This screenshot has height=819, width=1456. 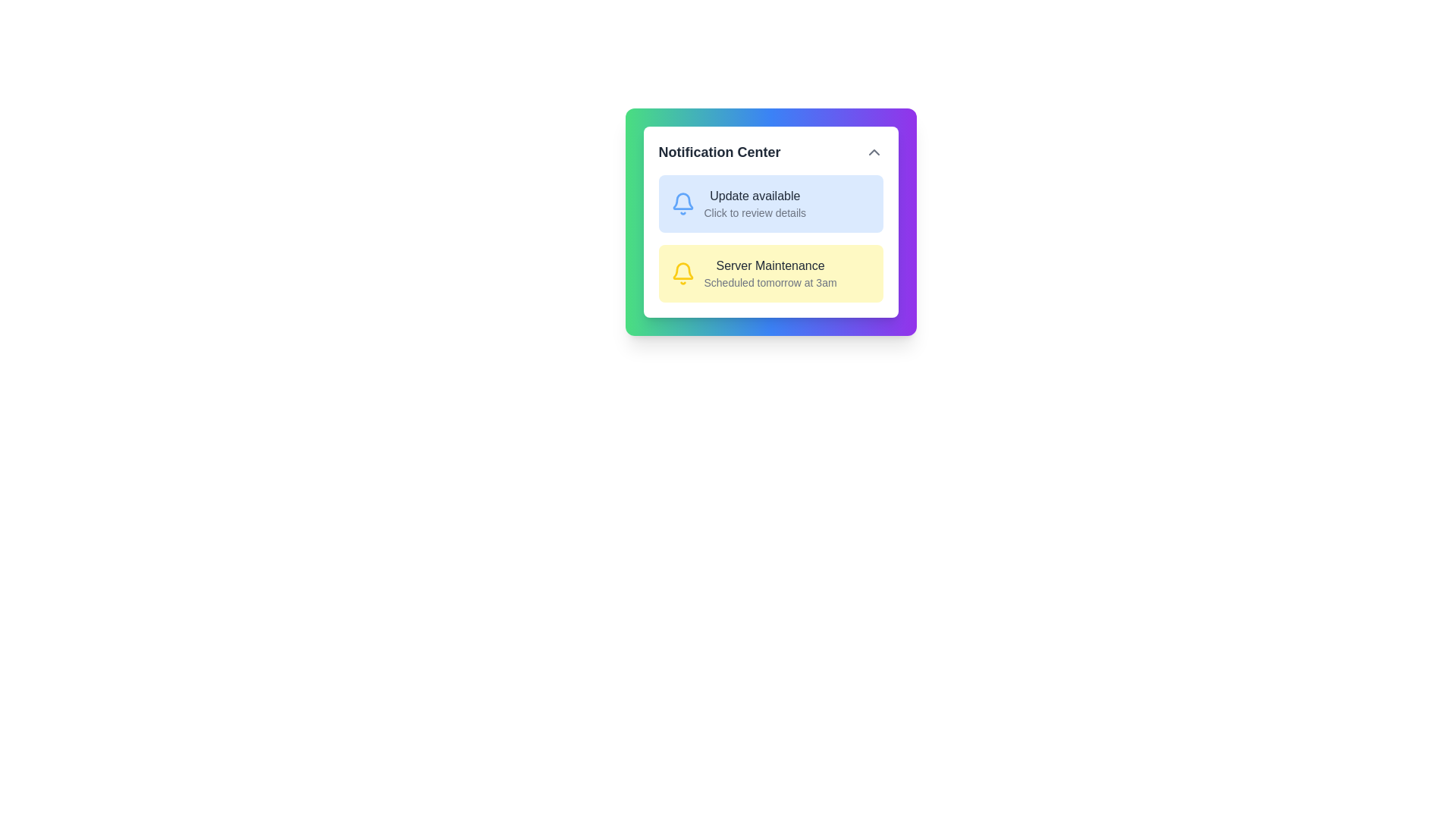 I want to click on the yellow bell icon located to the left of the 'Server Maintenance' text, so click(x=682, y=270).